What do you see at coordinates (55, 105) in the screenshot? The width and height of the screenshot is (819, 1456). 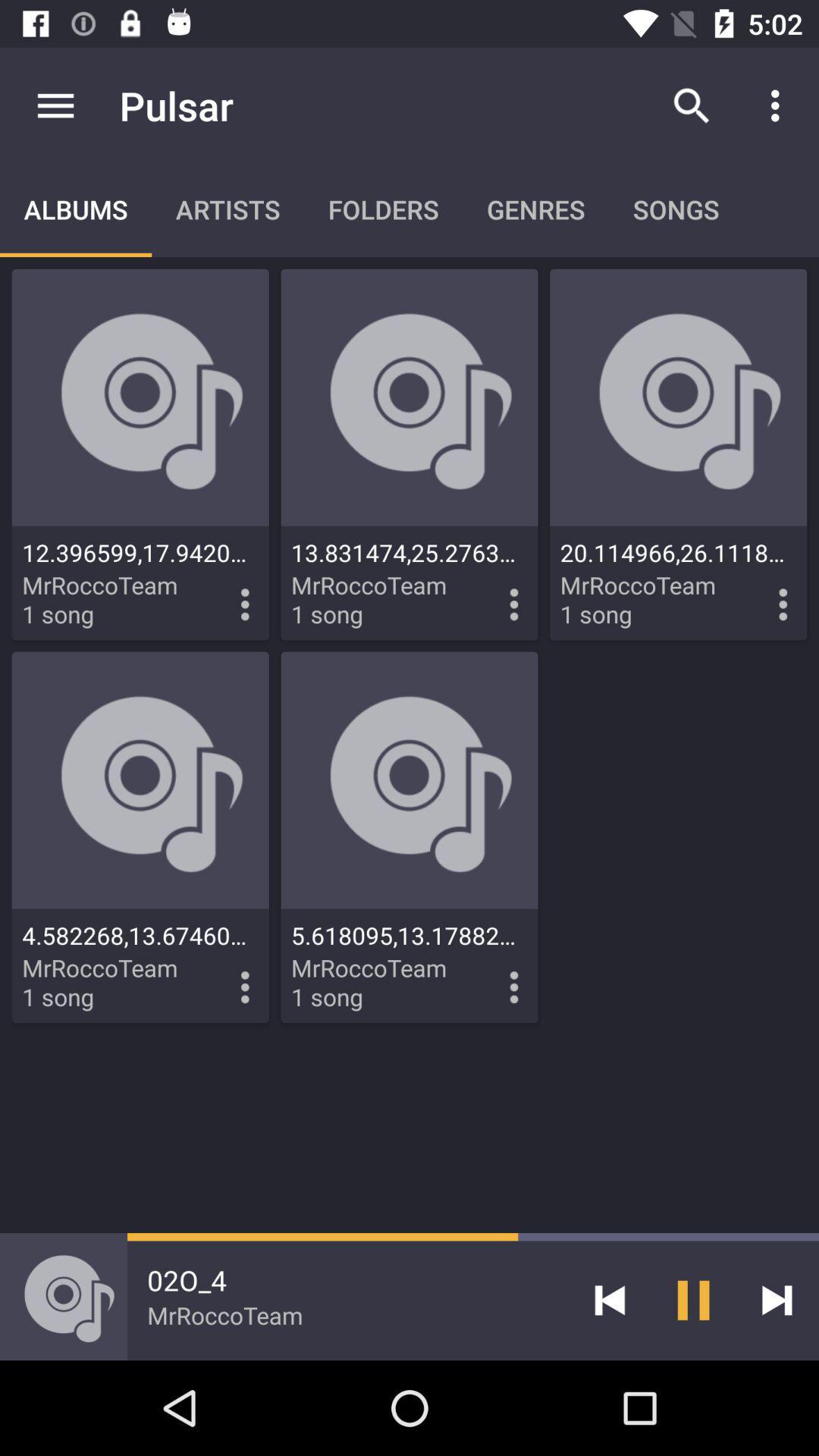 I see `app to the left of pulsar` at bounding box center [55, 105].